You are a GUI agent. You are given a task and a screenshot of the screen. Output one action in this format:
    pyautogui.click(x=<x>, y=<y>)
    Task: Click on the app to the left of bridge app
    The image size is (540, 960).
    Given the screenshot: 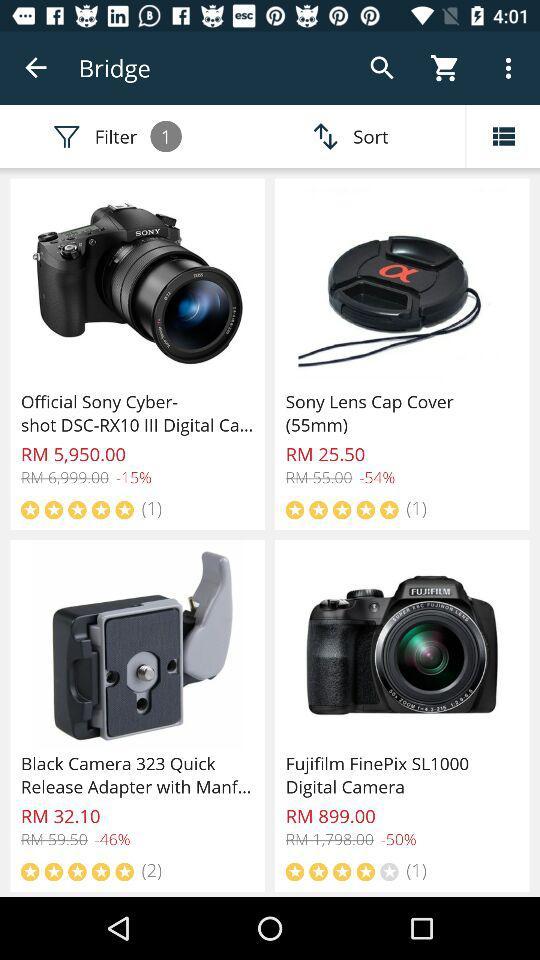 What is the action you would take?
    pyautogui.click(x=36, y=68)
    